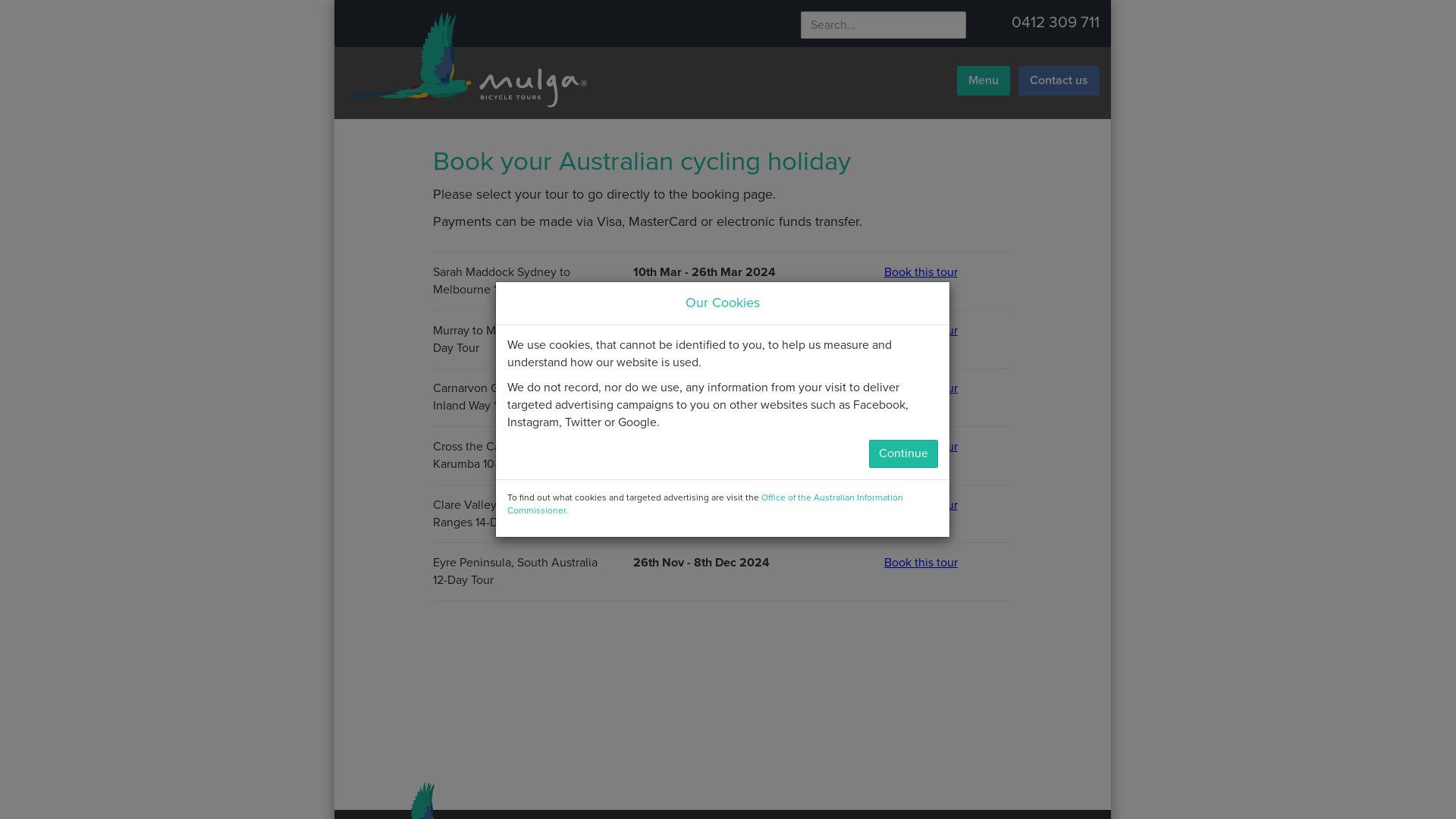 Image resolution: width=1456 pixels, height=819 pixels. I want to click on 'Menu', so click(956, 80).